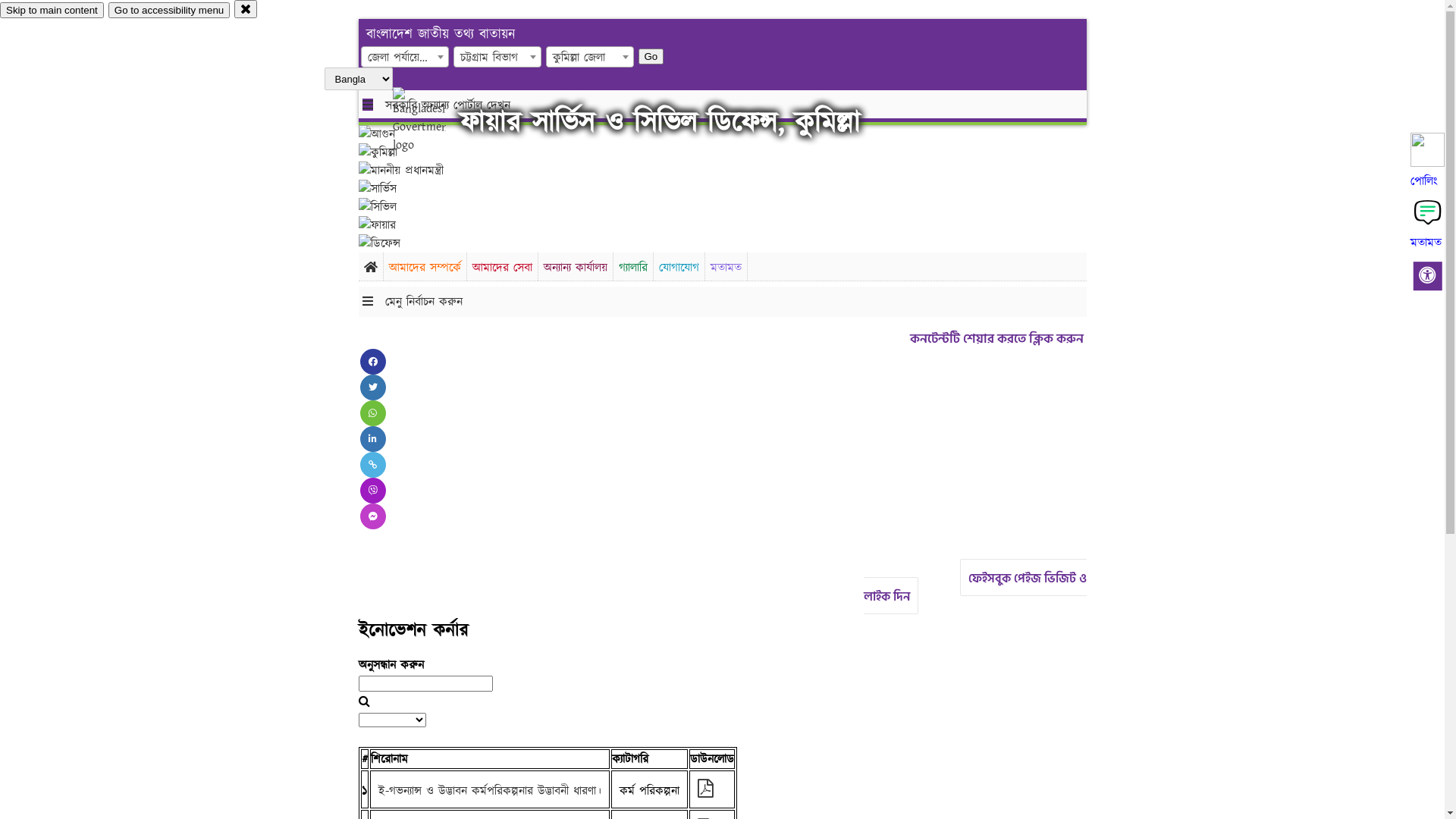  What do you see at coordinates (246, 8) in the screenshot?
I see `'close'` at bounding box center [246, 8].